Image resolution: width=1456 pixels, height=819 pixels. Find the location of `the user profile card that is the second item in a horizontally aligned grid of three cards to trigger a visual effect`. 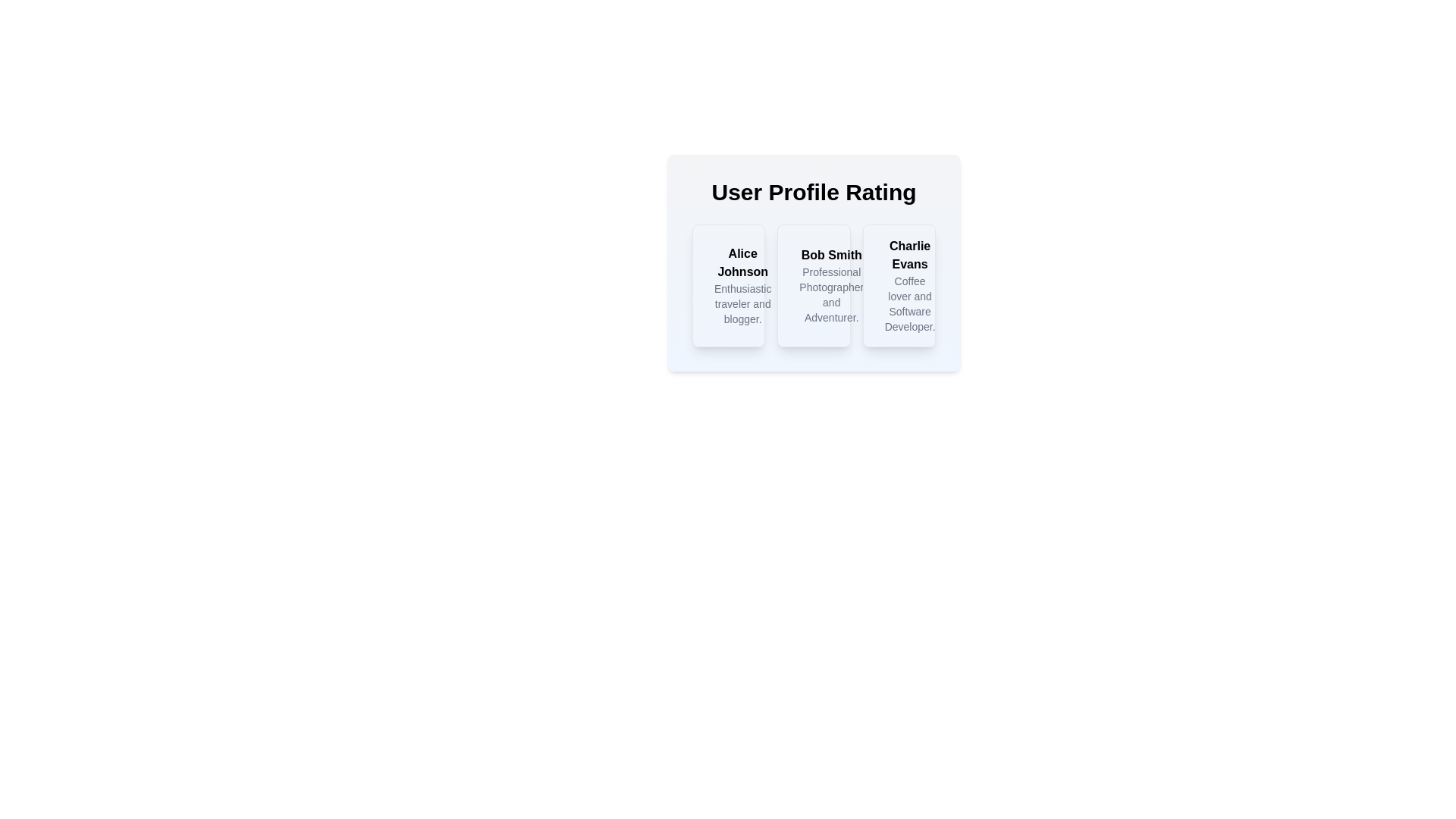

the user profile card that is the second item in a horizontally aligned grid of three cards to trigger a visual effect is located at coordinates (813, 262).